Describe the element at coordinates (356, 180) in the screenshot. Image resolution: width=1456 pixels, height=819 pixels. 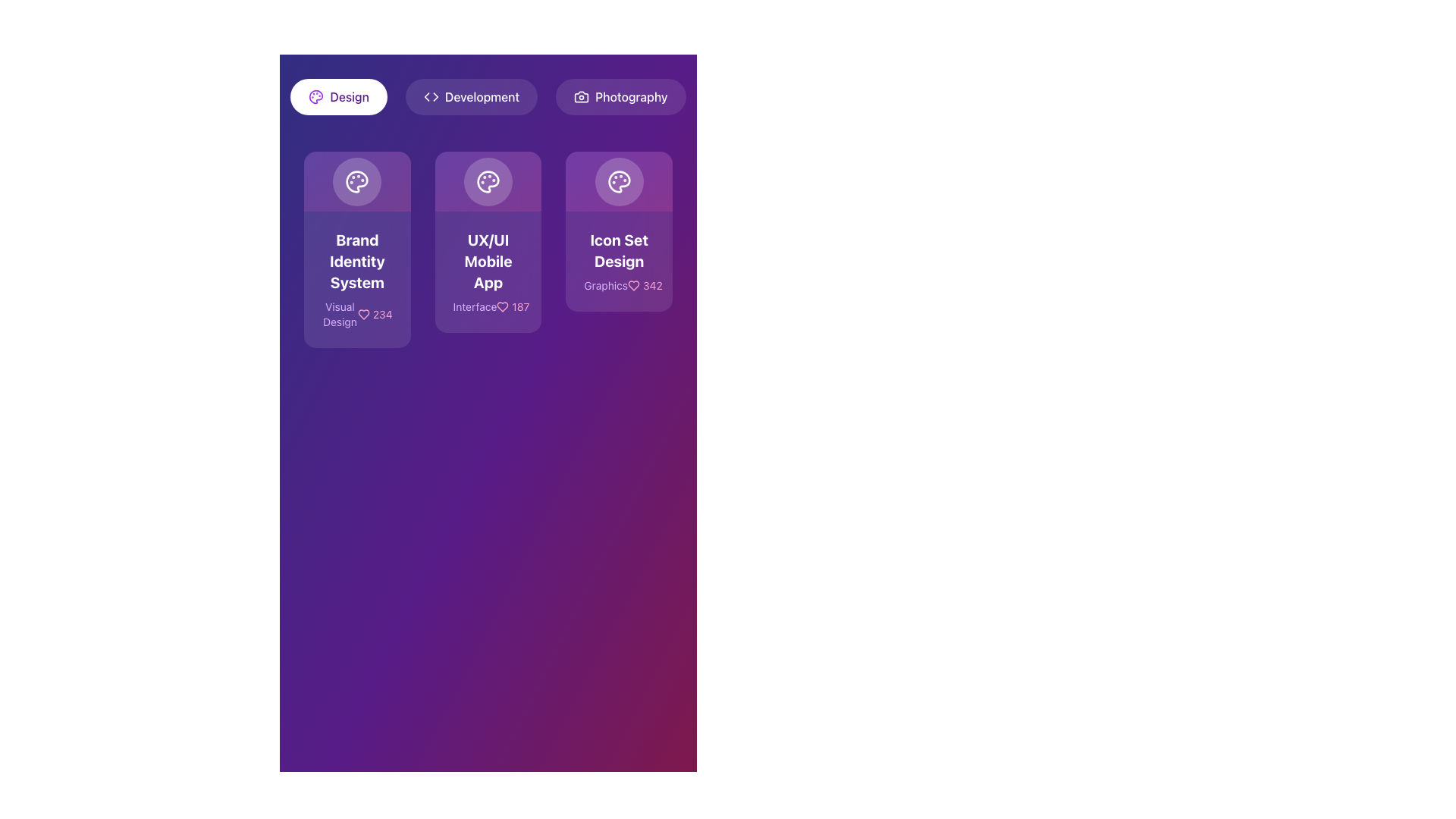
I see `the graphical icon at the top-center of the first card in the grid, which represents the 'Brand Identity System' theme` at that location.